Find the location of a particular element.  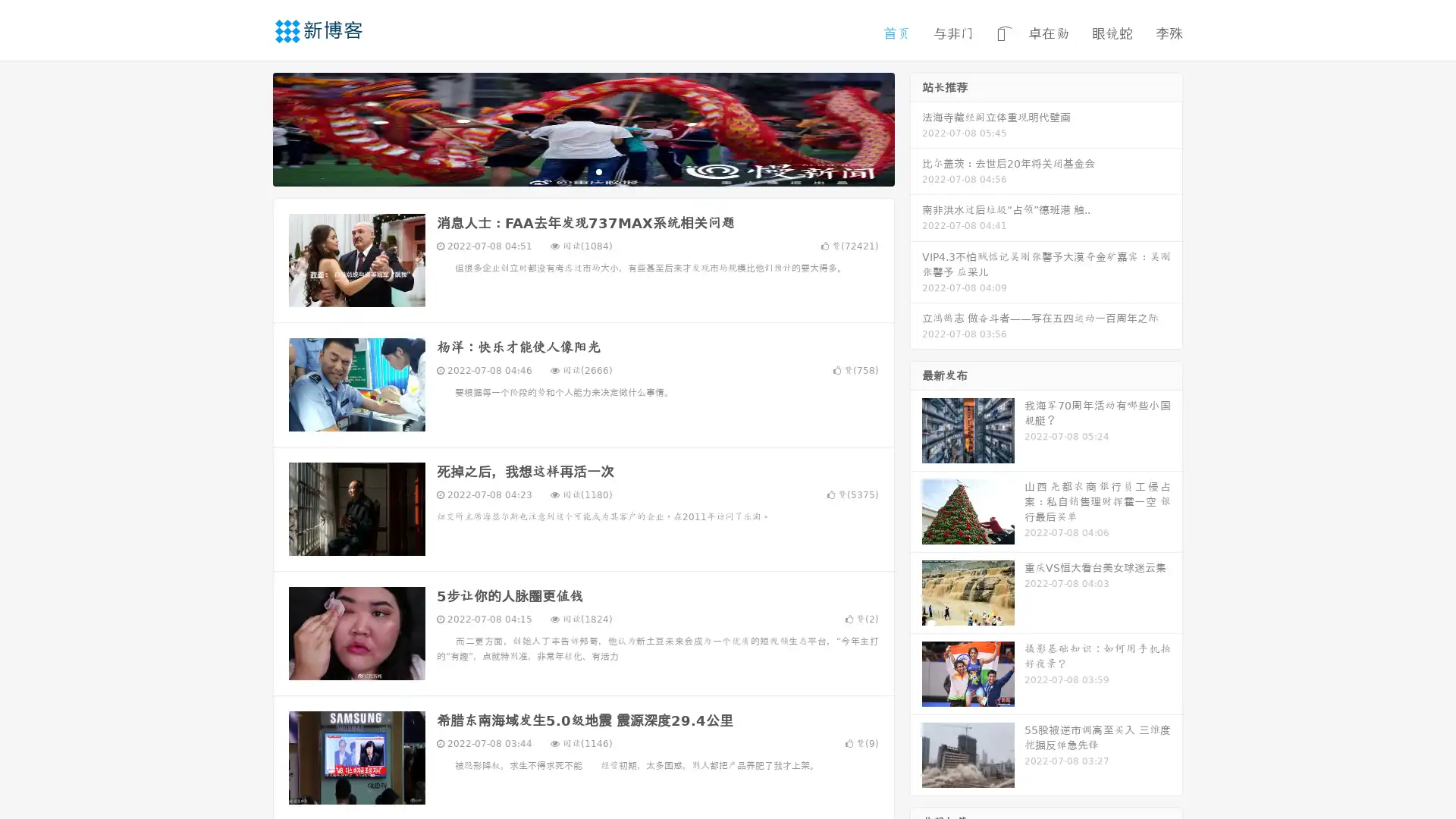

Go to slide 3 is located at coordinates (598, 171).